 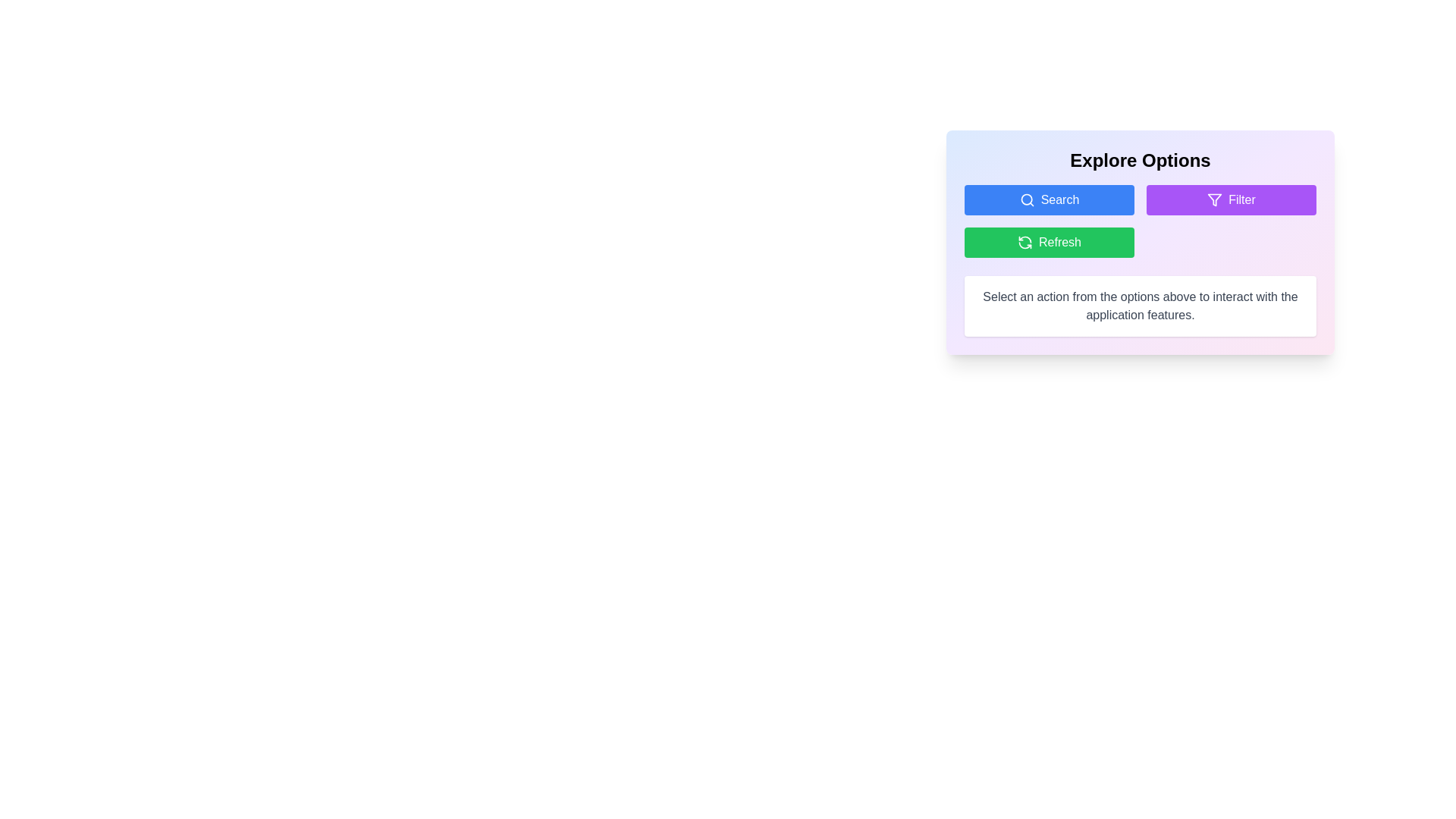 I want to click on the refresh button, which is the third button in a grid layout, located below the 'Search' button and to the left of the 'Filter' button, so click(x=1048, y=242).